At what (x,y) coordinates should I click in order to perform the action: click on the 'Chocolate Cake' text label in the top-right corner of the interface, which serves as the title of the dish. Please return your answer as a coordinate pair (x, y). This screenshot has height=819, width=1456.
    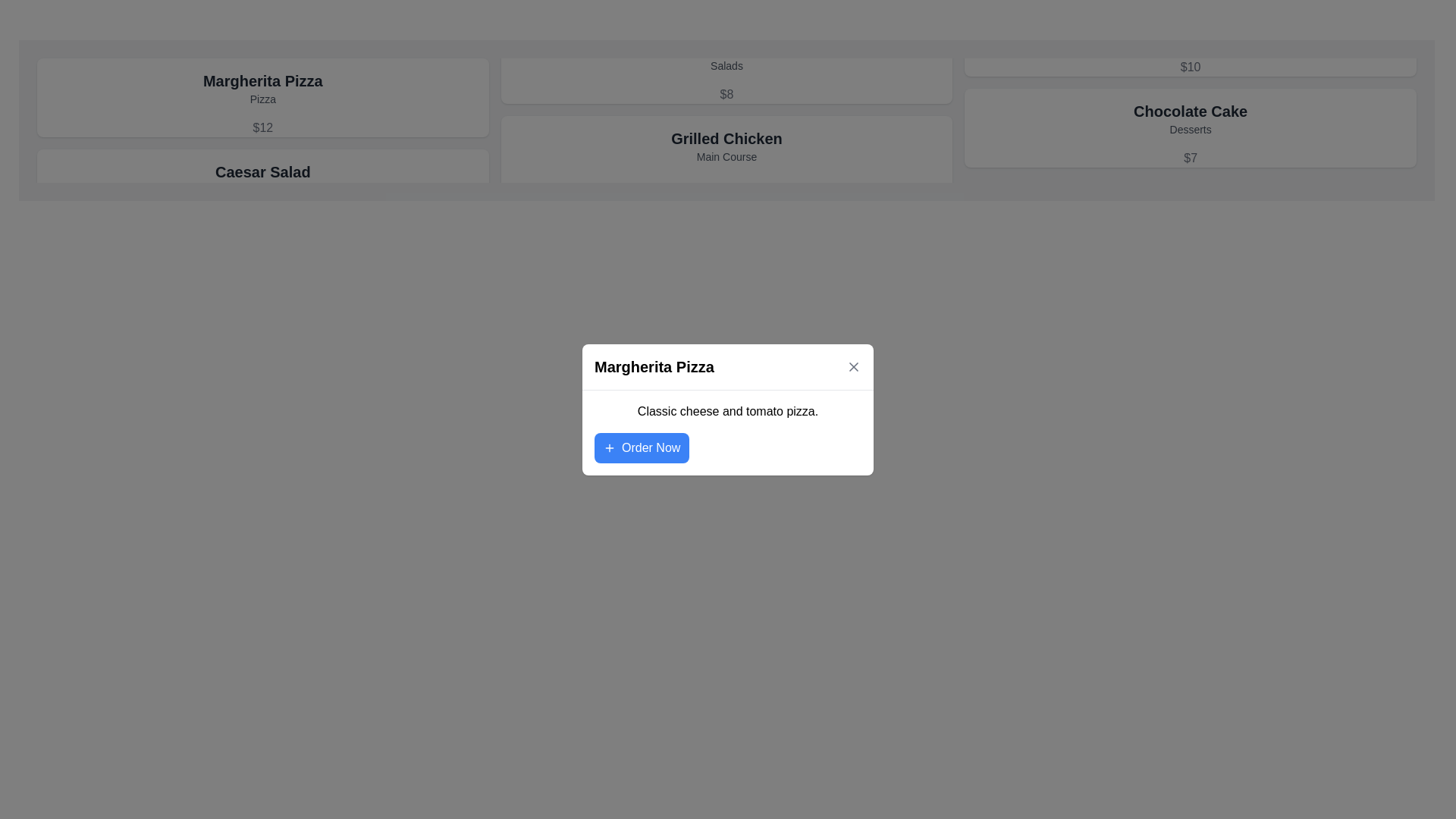
    Looking at the image, I should click on (1190, 110).